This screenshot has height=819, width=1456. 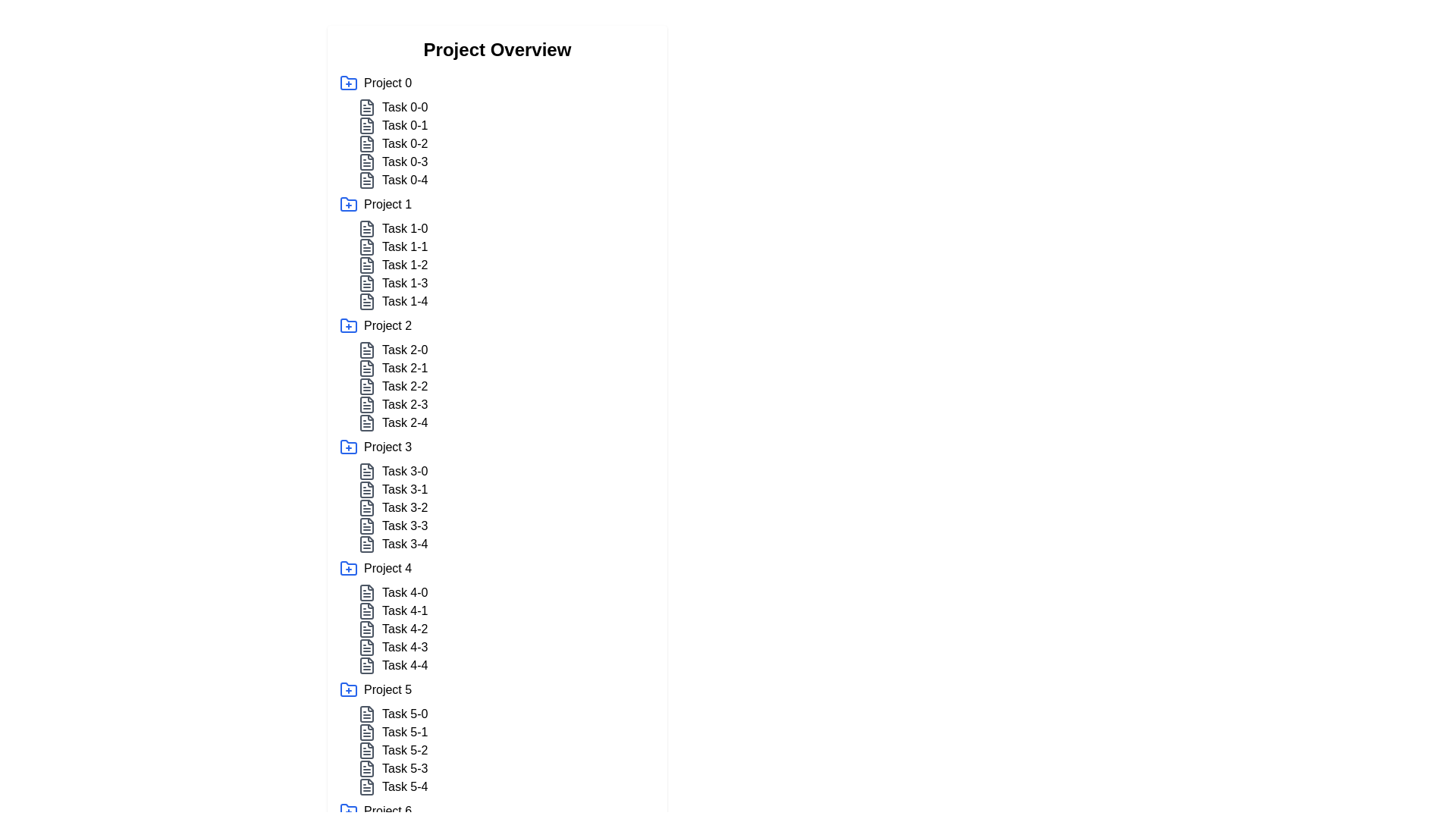 What do you see at coordinates (367, 731) in the screenshot?
I see `the document icon representing 'Task 5-1' under 'Project 5' in the main list by clicking on it` at bounding box center [367, 731].